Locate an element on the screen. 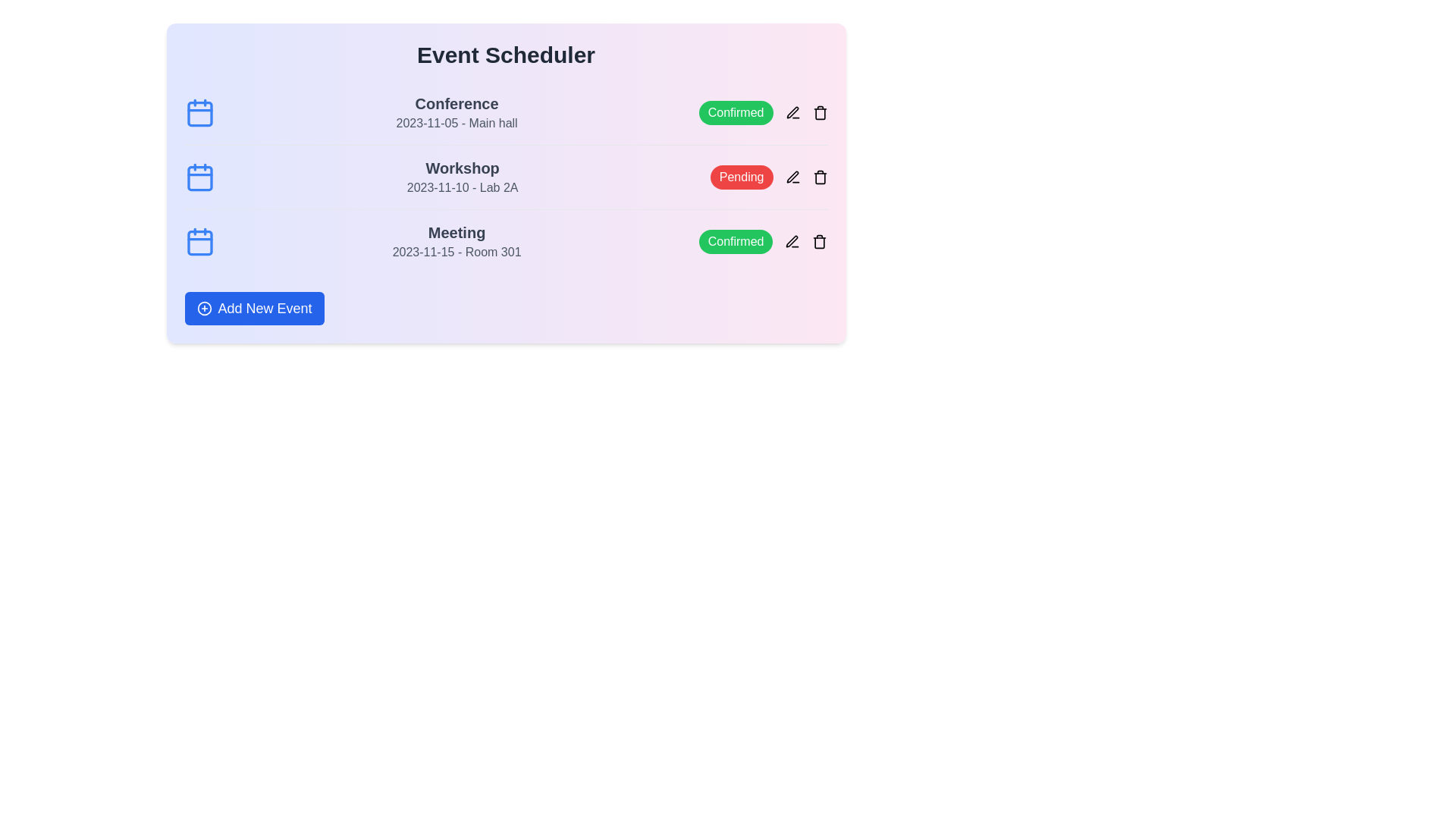 The height and width of the screenshot is (819, 1456). the blue calendar icon located at the leftmost side of the 'Meeting' row, which features a rectangular frame and resembles a calendar page is located at coordinates (199, 241).